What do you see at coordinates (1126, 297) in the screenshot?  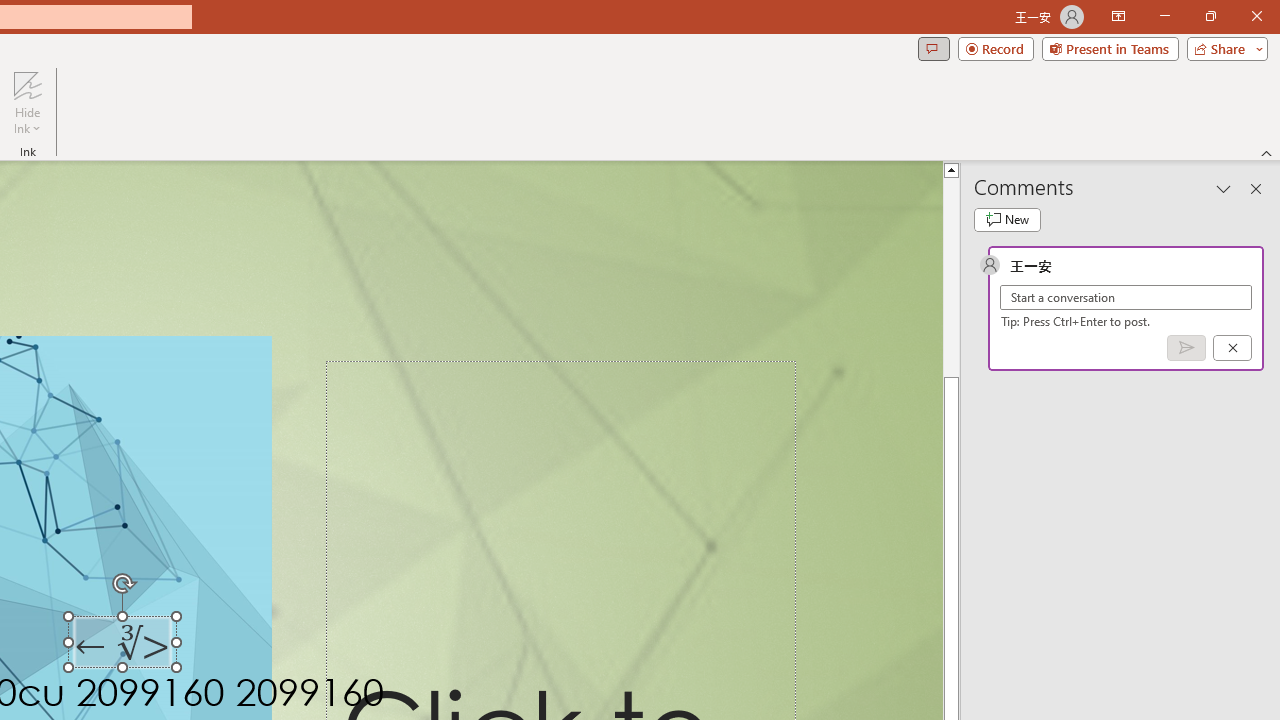 I see `'Start a conversation'` at bounding box center [1126, 297].